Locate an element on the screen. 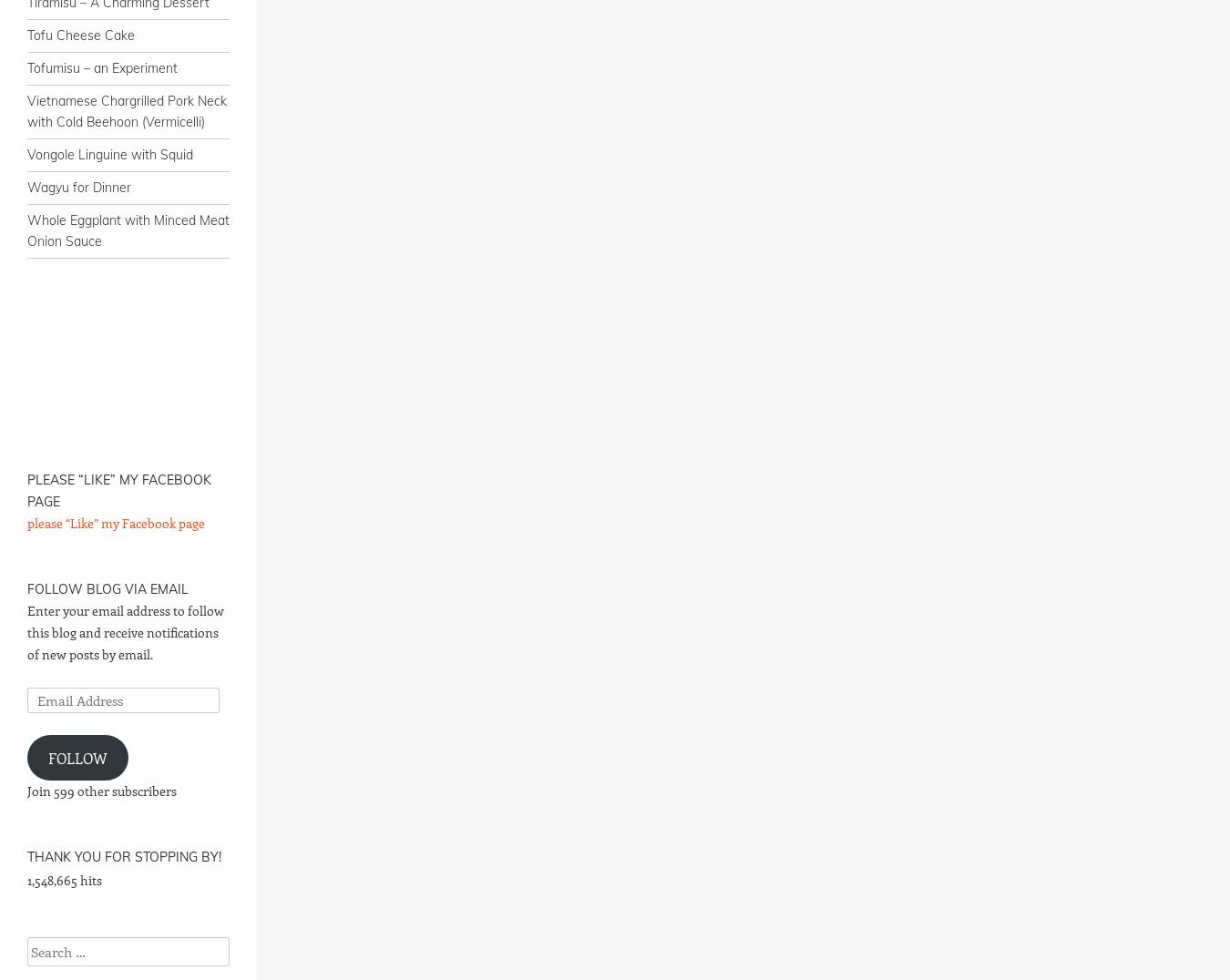 The image size is (1230, 980). 'Vietnamese Chargrilled Pork Neck with Cold Beehoon (Vermicelli)' is located at coordinates (127, 110).